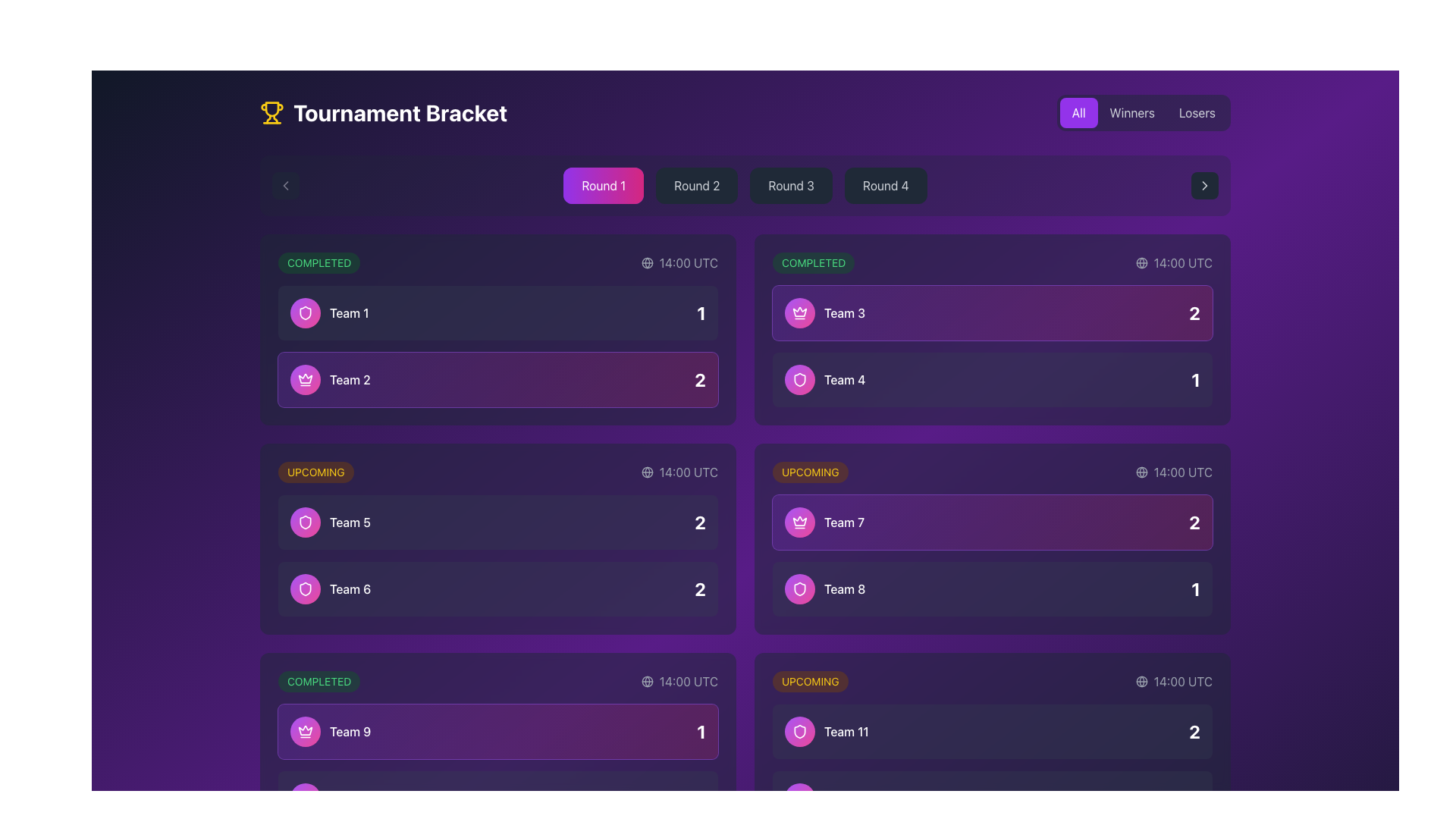 The height and width of the screenshot is (819, 1456). Describe the element at coordinates (1078, 112) in the screenshot. I see `the purple button labeled 'All' with white text` at that location.